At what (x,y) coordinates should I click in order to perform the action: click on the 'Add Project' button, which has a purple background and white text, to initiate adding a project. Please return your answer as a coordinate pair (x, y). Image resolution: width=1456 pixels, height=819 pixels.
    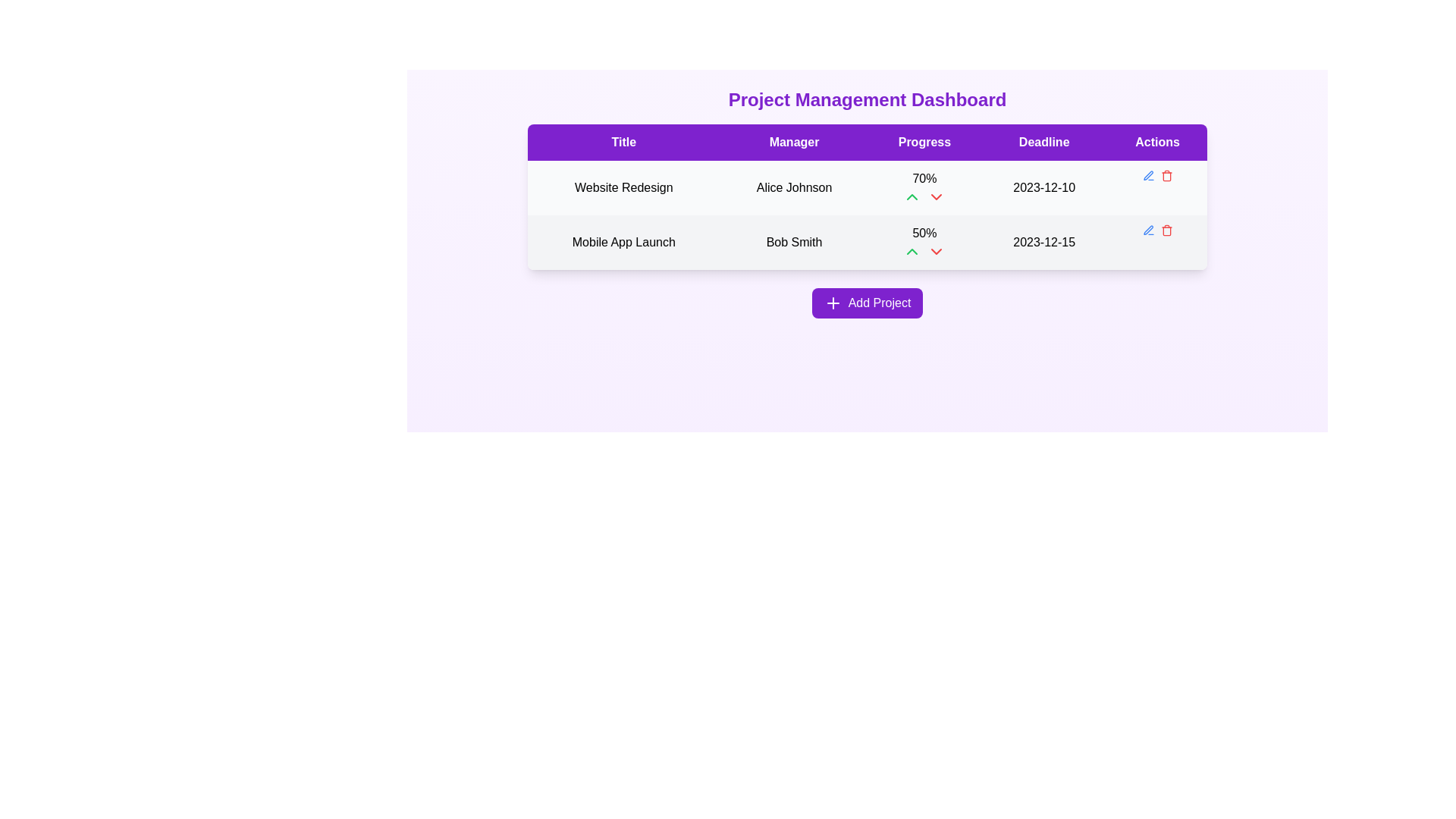
    Looking at the image, I should click on (867, 303).